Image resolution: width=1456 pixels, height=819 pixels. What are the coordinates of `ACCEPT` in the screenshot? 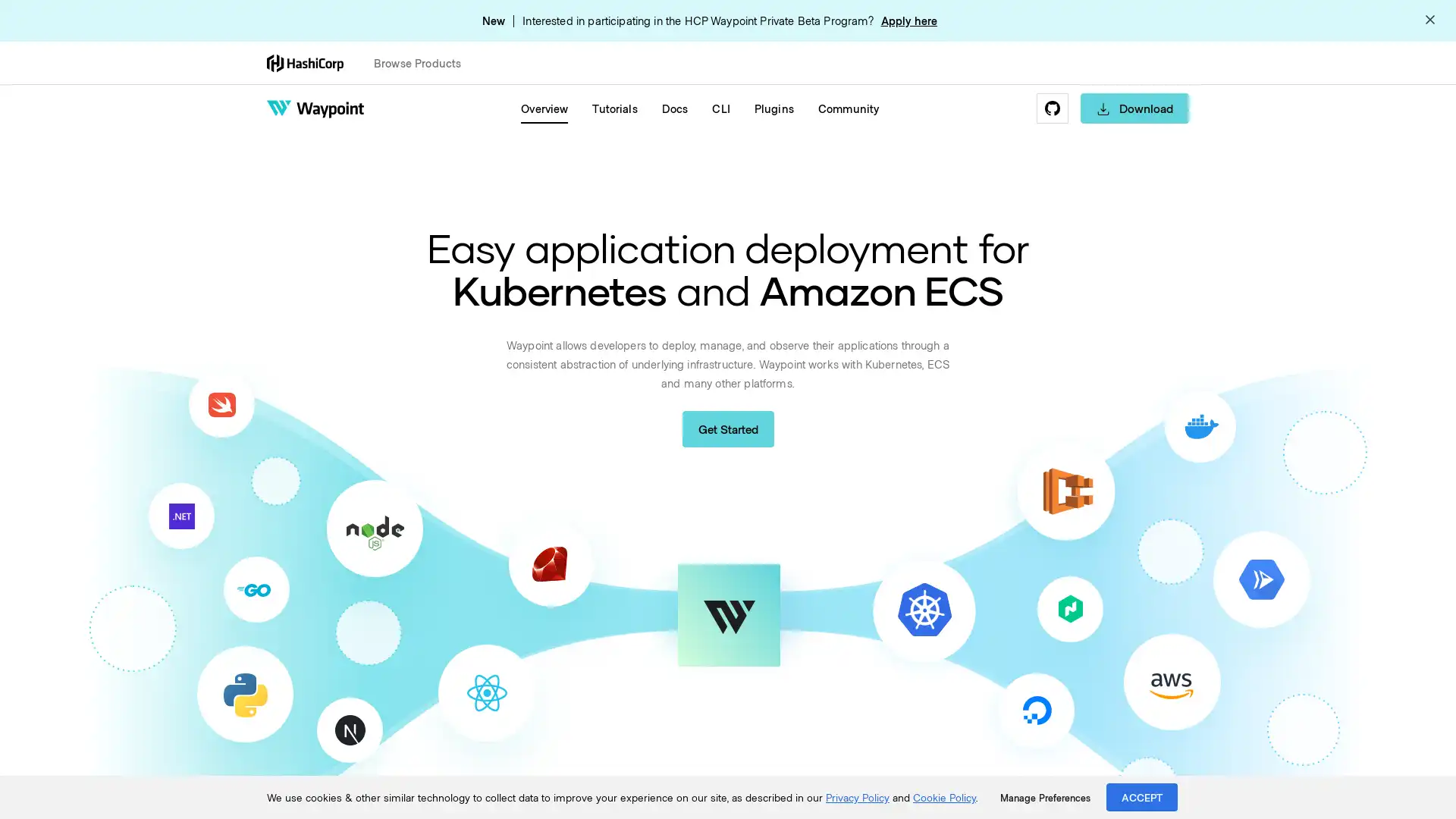 It's located at (1142, 796).